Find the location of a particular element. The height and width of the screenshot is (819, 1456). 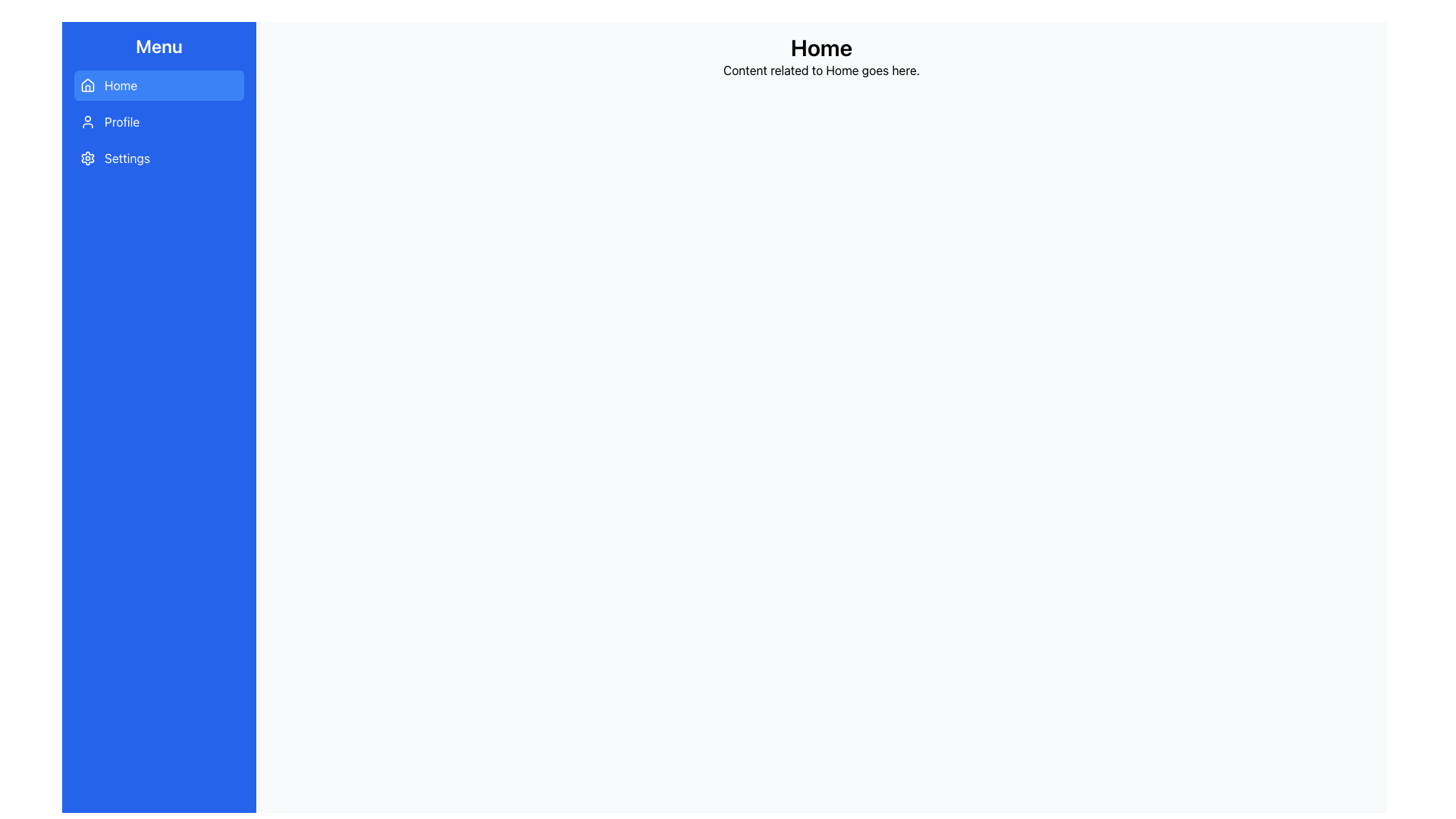

the 'Menu' text label displayed in white, bold font on a blue rectangular background, located at the top left of the blue sidebar is located at coordinates (159, 45).